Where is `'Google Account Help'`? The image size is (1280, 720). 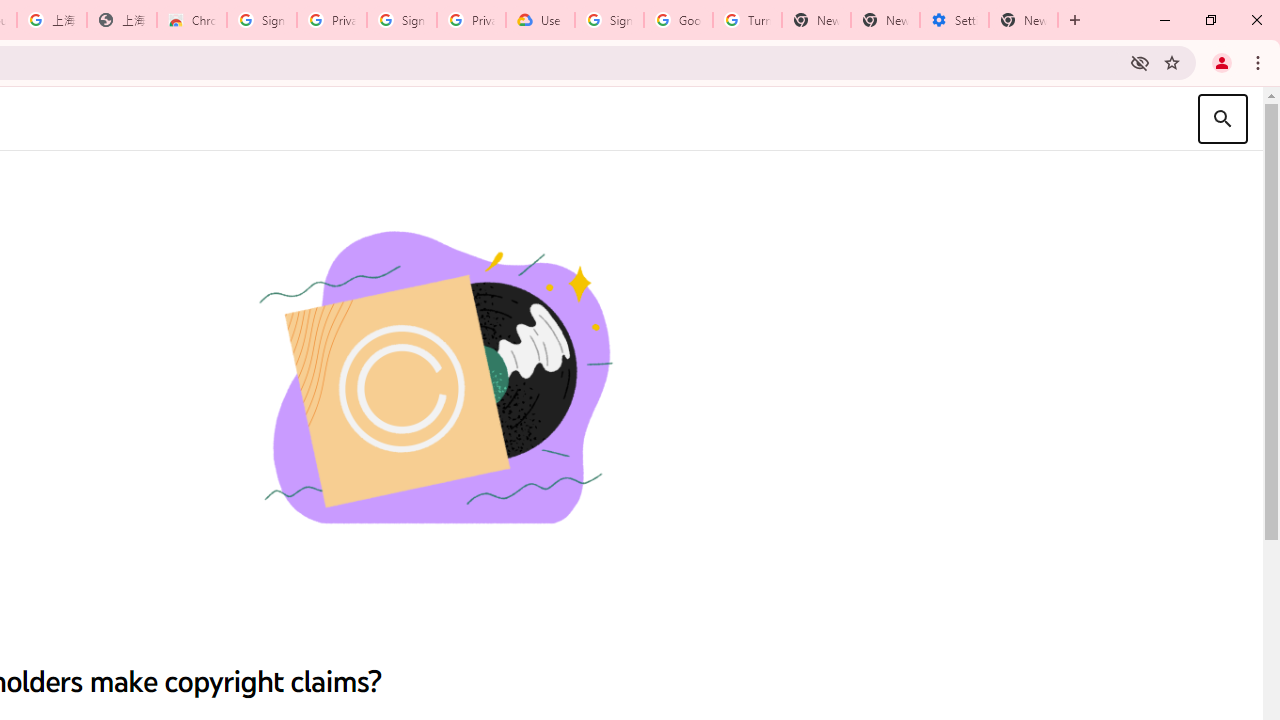 'Google Account Help' is located at coordinates (678, 20).